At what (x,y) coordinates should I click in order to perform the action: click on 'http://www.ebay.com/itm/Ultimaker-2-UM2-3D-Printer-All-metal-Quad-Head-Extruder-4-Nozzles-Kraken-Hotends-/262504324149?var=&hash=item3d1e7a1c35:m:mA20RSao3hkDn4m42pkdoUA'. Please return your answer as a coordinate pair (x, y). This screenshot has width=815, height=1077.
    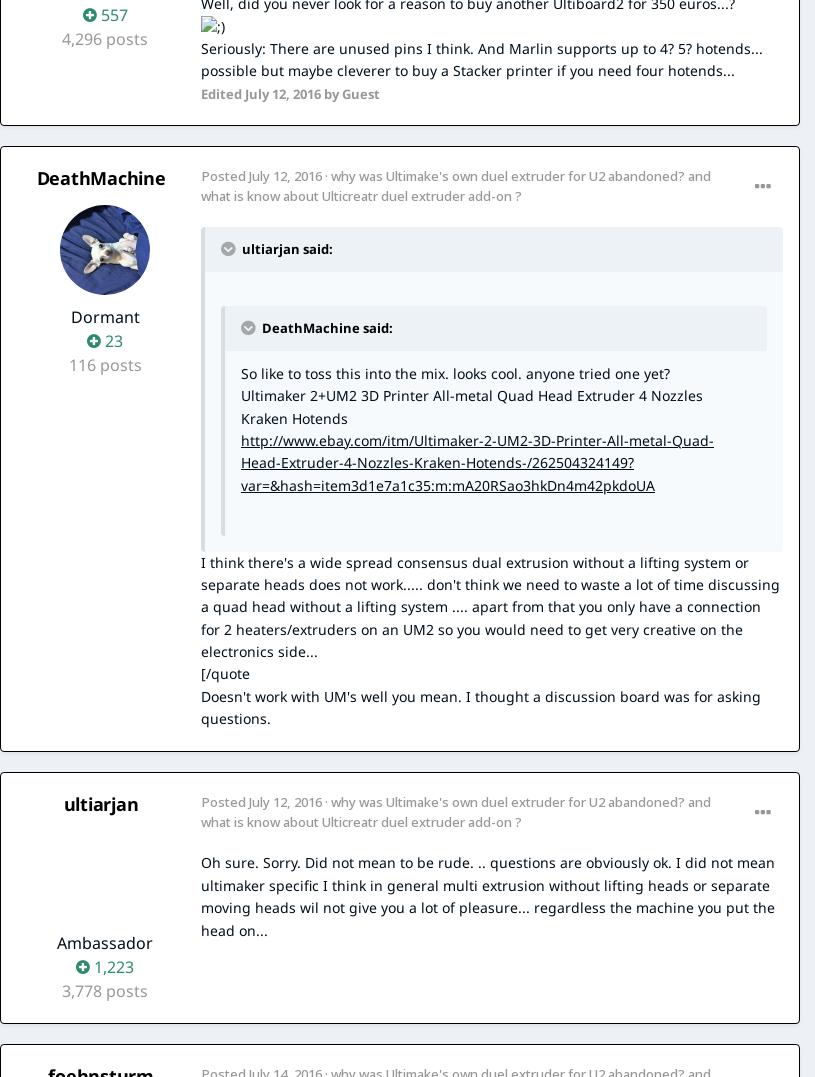
    Looking at the image, I should click on (477, 462).